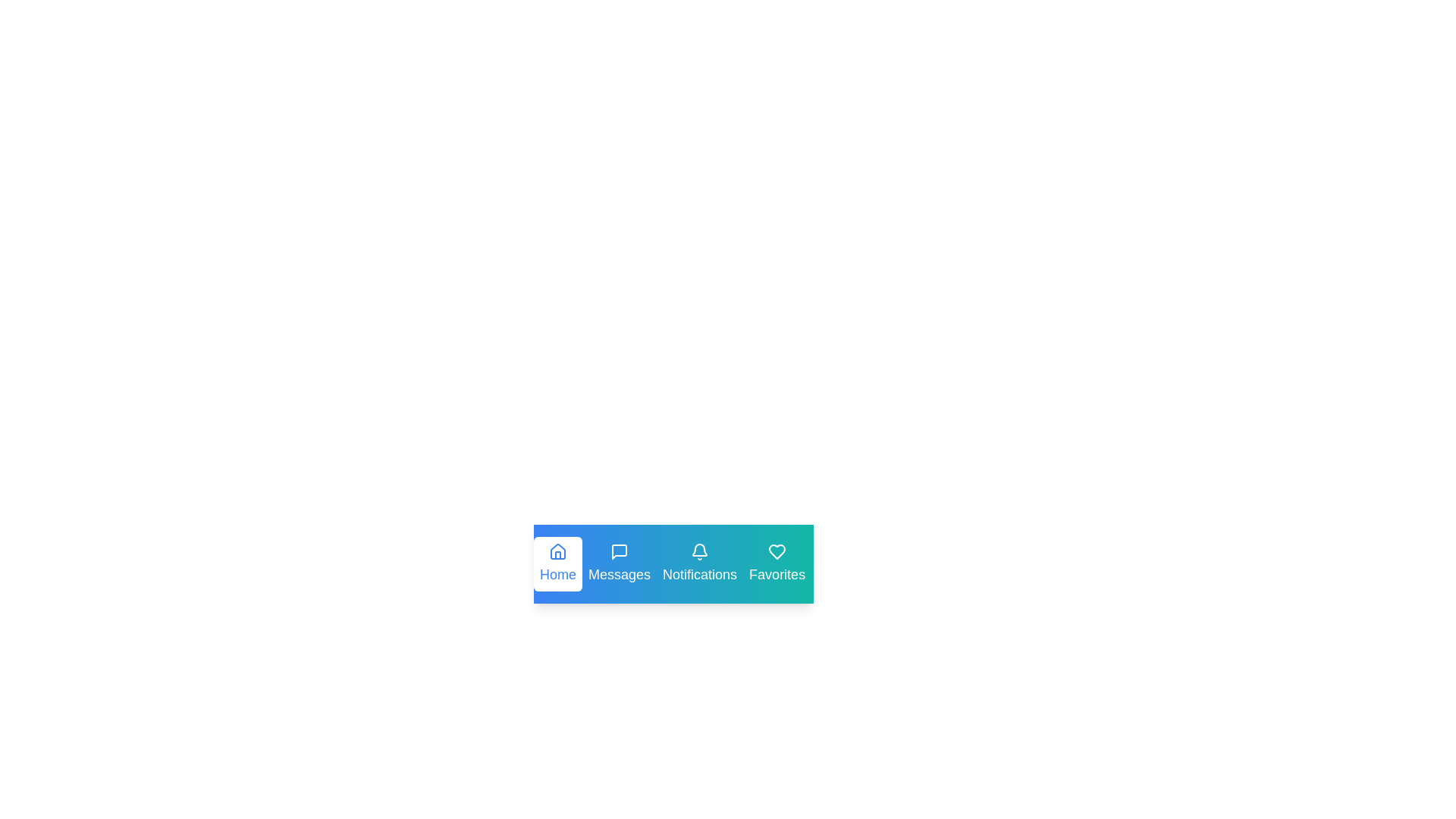 The height and width of the screenshot is (819, 1456). Describe the element at coordinates (557, 564) in the screenshot. I see `the tab labeled Home to preview its interaction` at that location.